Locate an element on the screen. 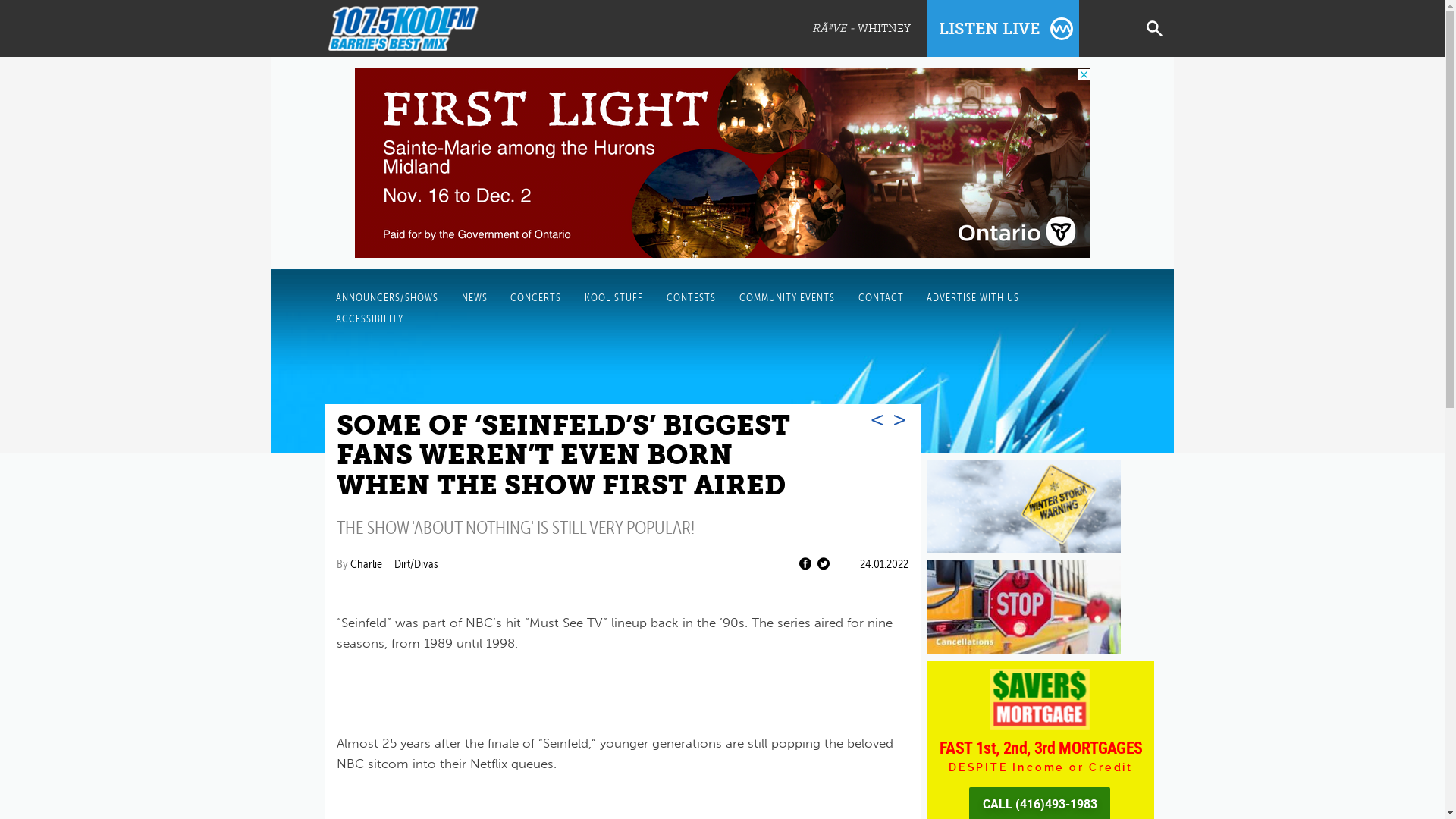 The image size is (1456, 819). 'KOOL STUFF' is located at coordinates (613, 298).